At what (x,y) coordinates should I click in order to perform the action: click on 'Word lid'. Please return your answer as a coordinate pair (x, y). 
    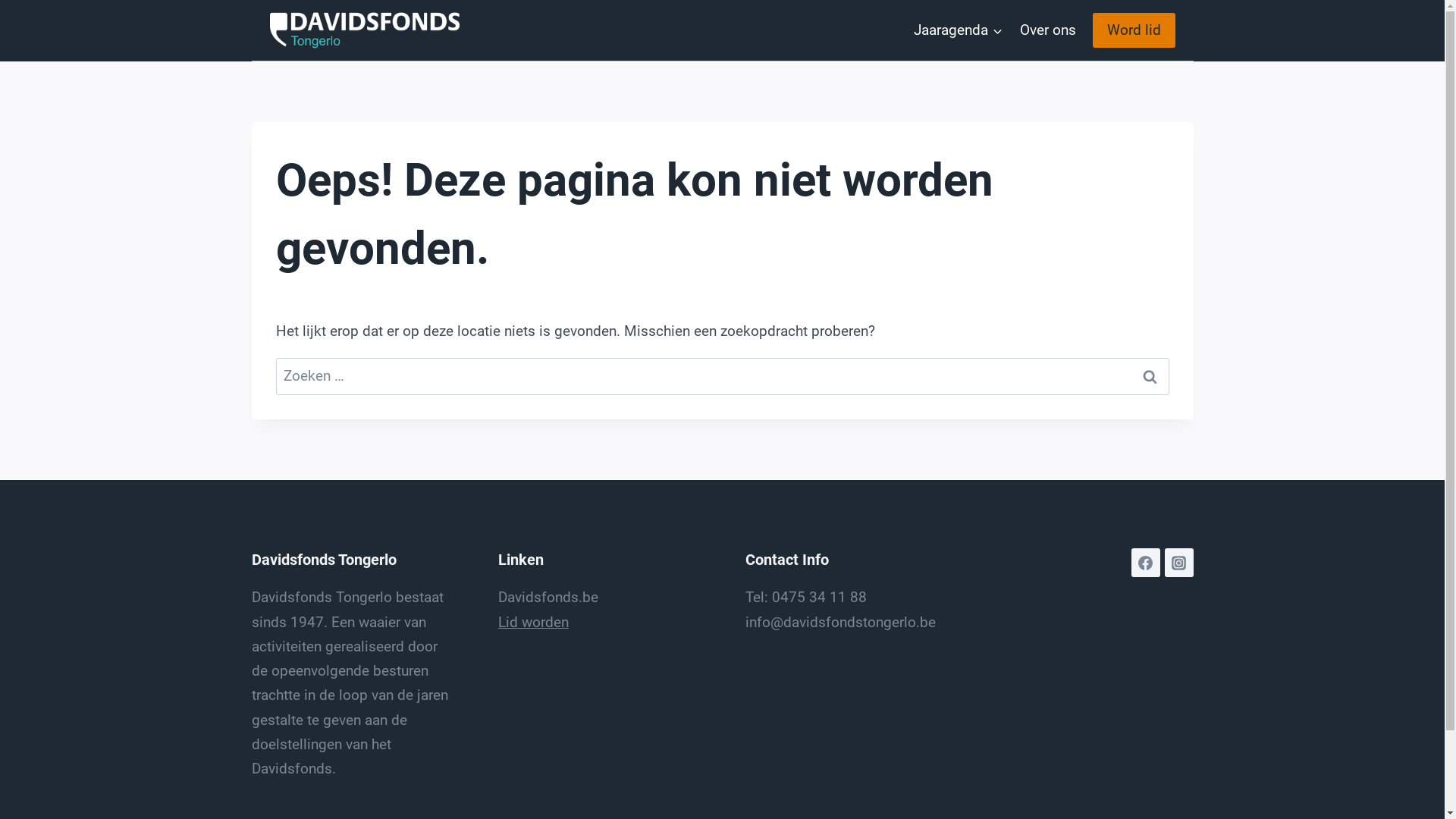
    Looking at the image, I should click on (1092, 30).